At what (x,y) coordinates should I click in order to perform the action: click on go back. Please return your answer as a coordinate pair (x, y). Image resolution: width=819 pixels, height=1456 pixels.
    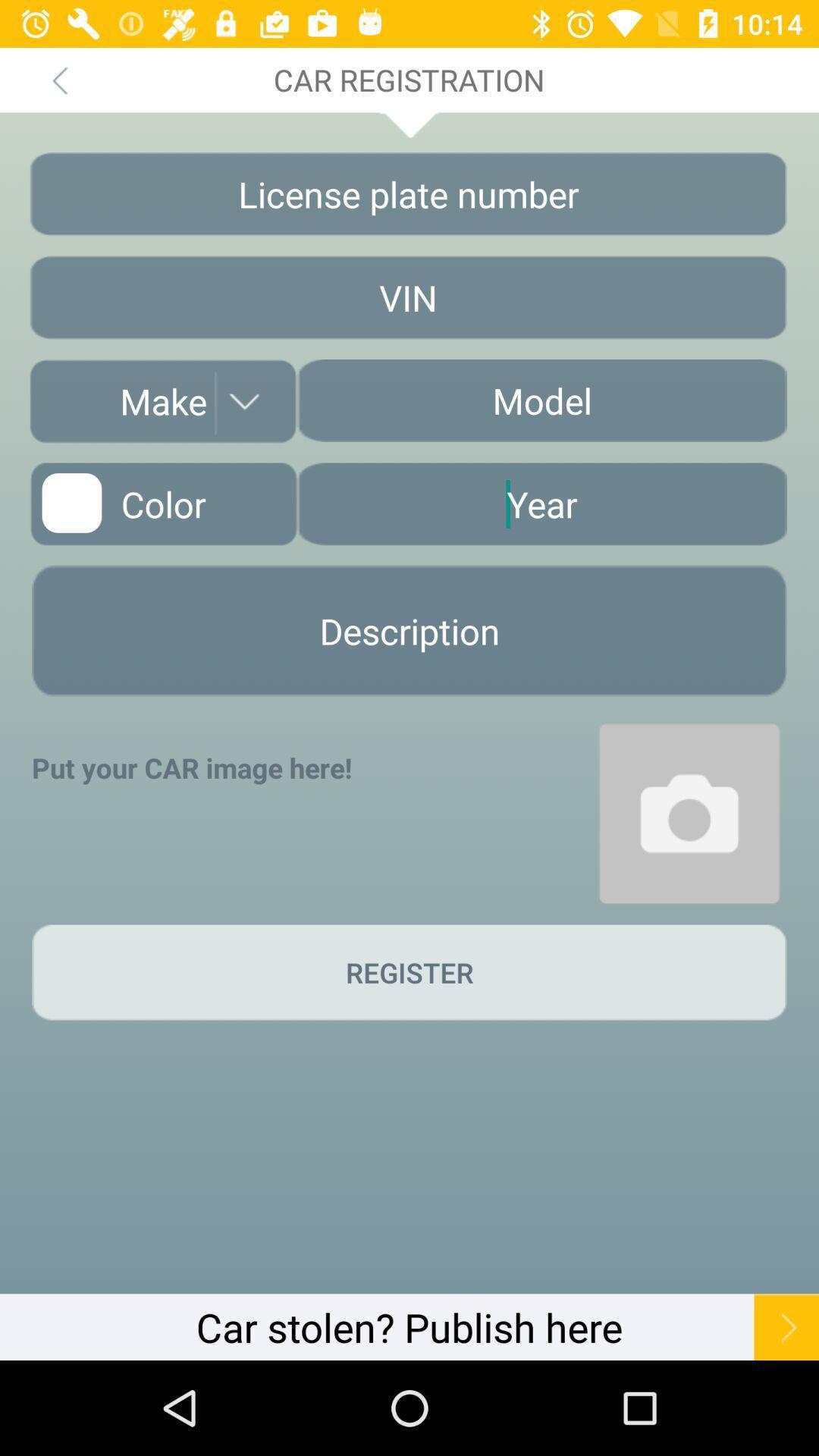
    Looking at the image, I should click on (58, 79).